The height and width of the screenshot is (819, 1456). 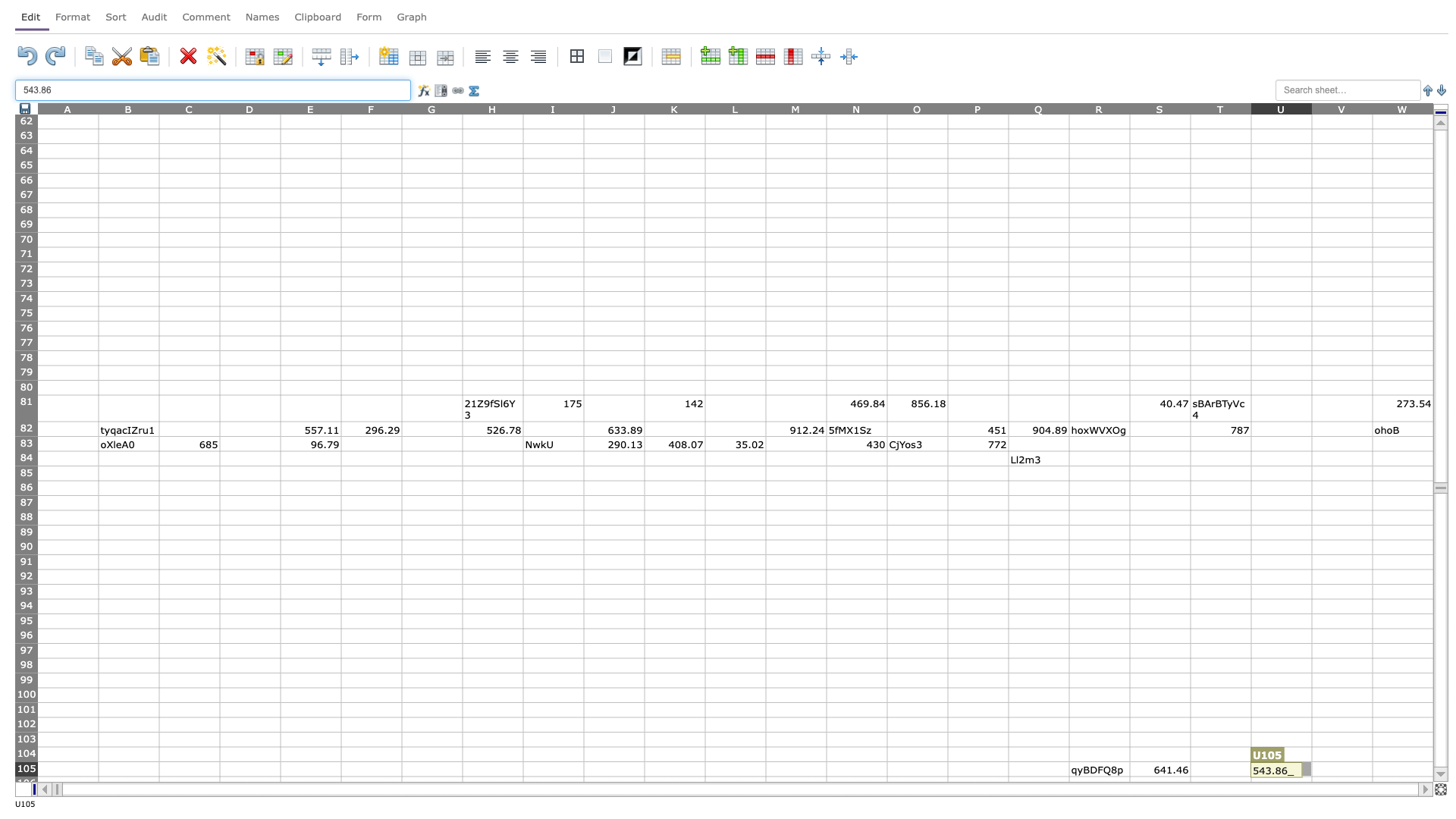 What do you see at coordinates (280, 783) in the screenshot?
I see `right edge of D106` at bounding box center [280, 783].